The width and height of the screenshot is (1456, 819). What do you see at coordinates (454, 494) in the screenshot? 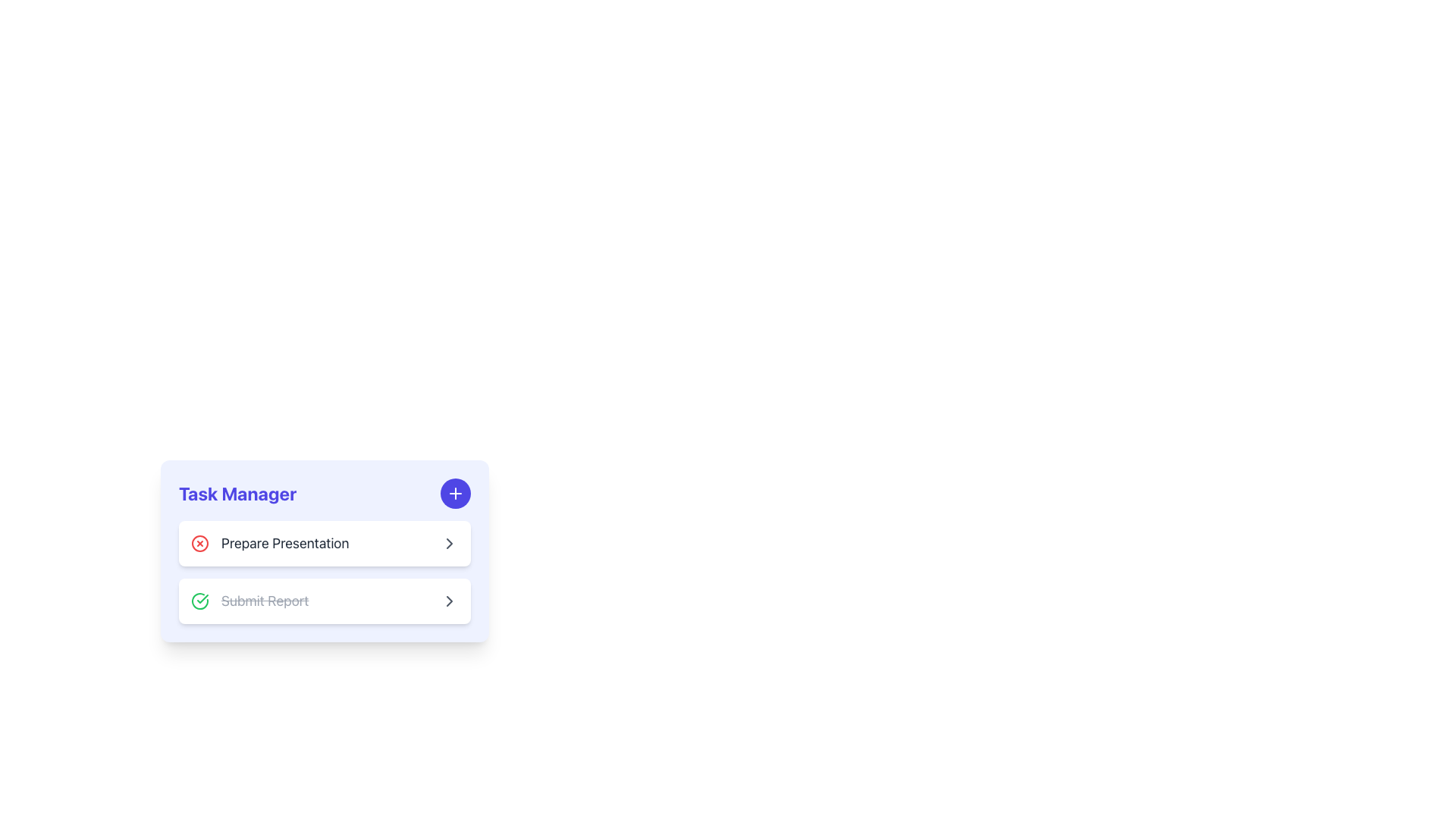
I see `the circular button with a purple background and a white plus icon in the top-right corner of the 'Task Manager' section` at bounding box center [454, 494].